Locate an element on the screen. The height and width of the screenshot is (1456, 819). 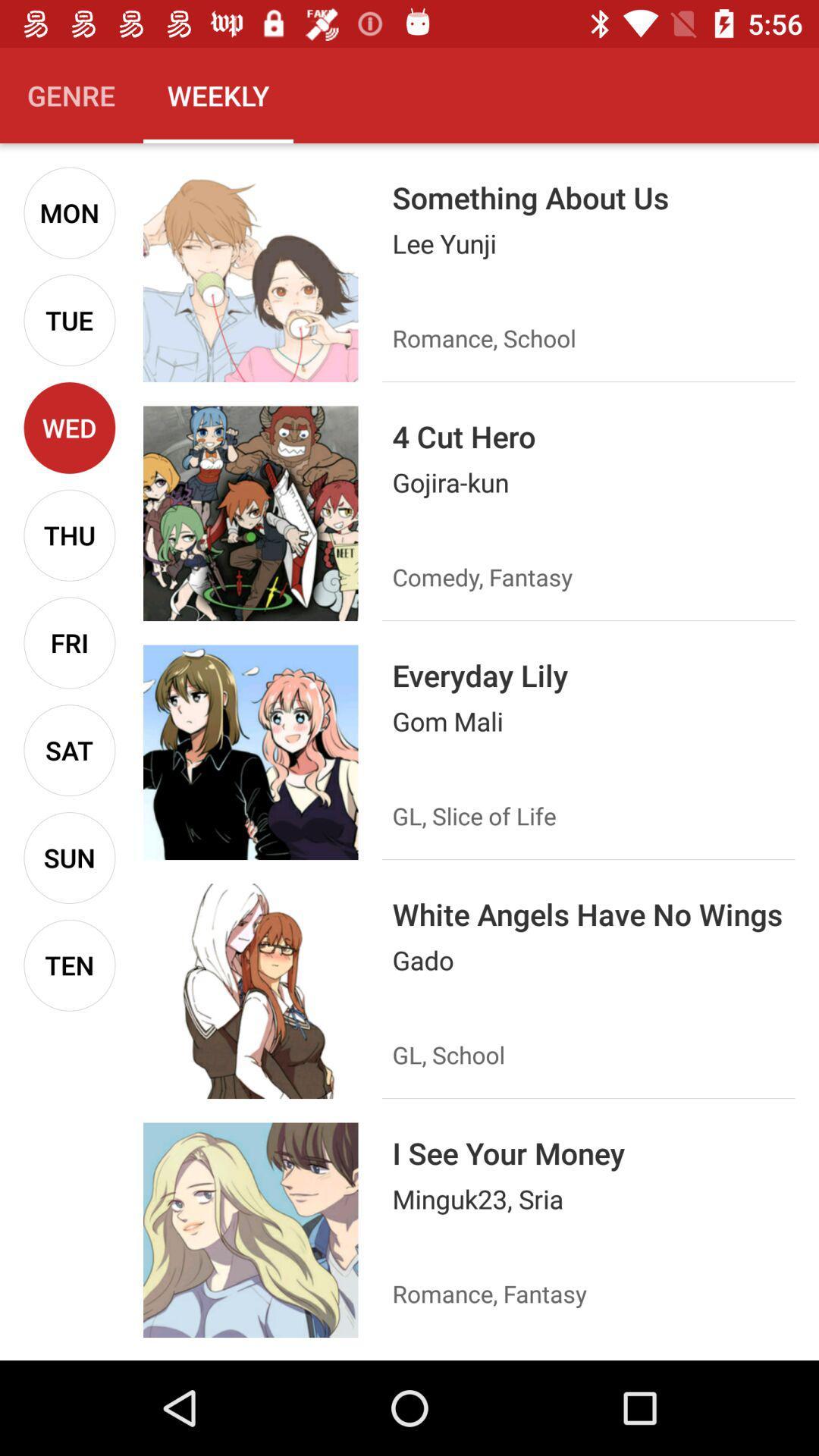
the icon below fri is located at coordinates (69, 750).